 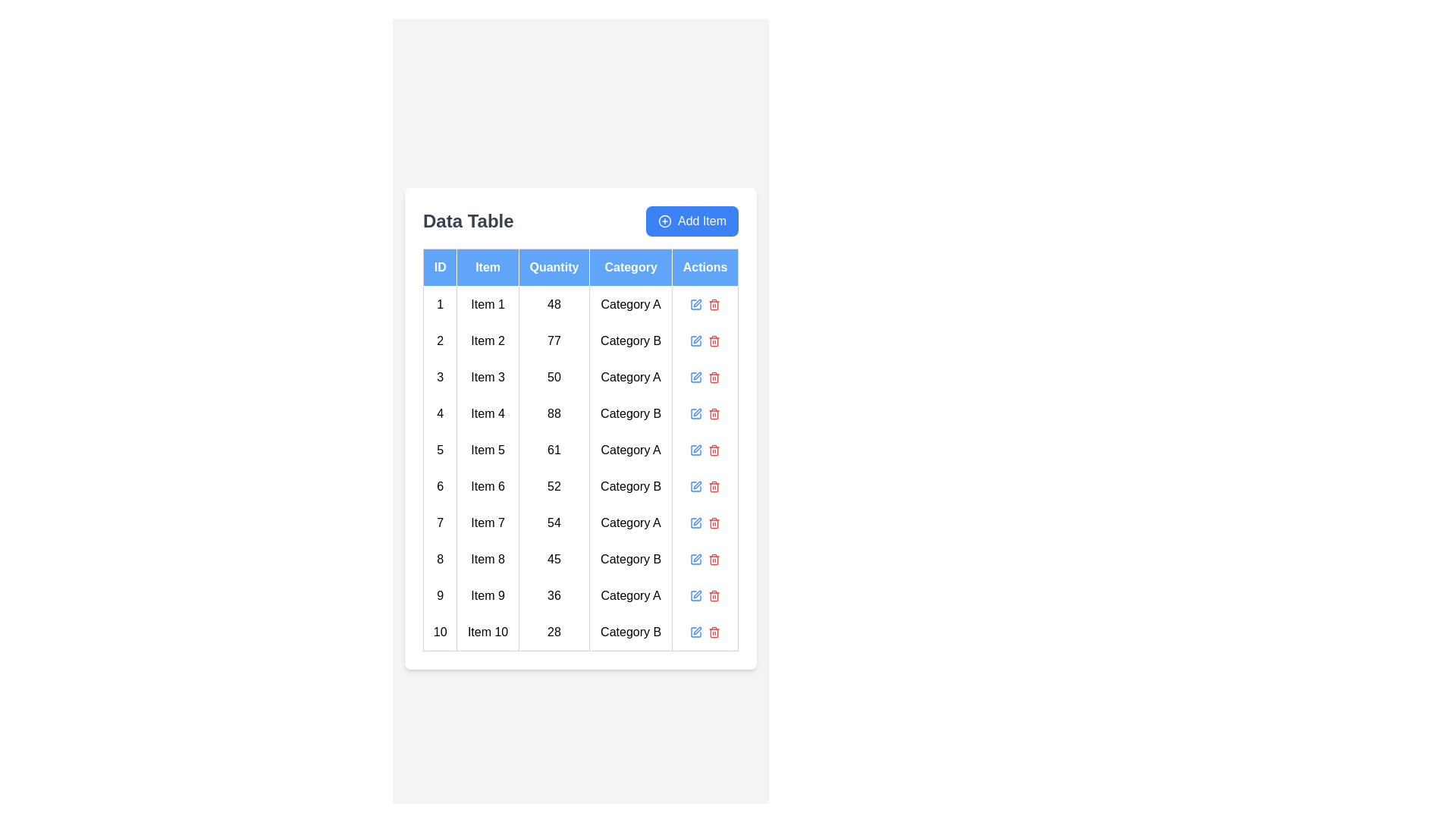 What do you see at coordinates (714, 376) in the screenshot?
I see `the trash bin icon in the 'Actions' column of the data table, specifically in the third row labeled 'Item 3'` at bounding box center [714, 376].